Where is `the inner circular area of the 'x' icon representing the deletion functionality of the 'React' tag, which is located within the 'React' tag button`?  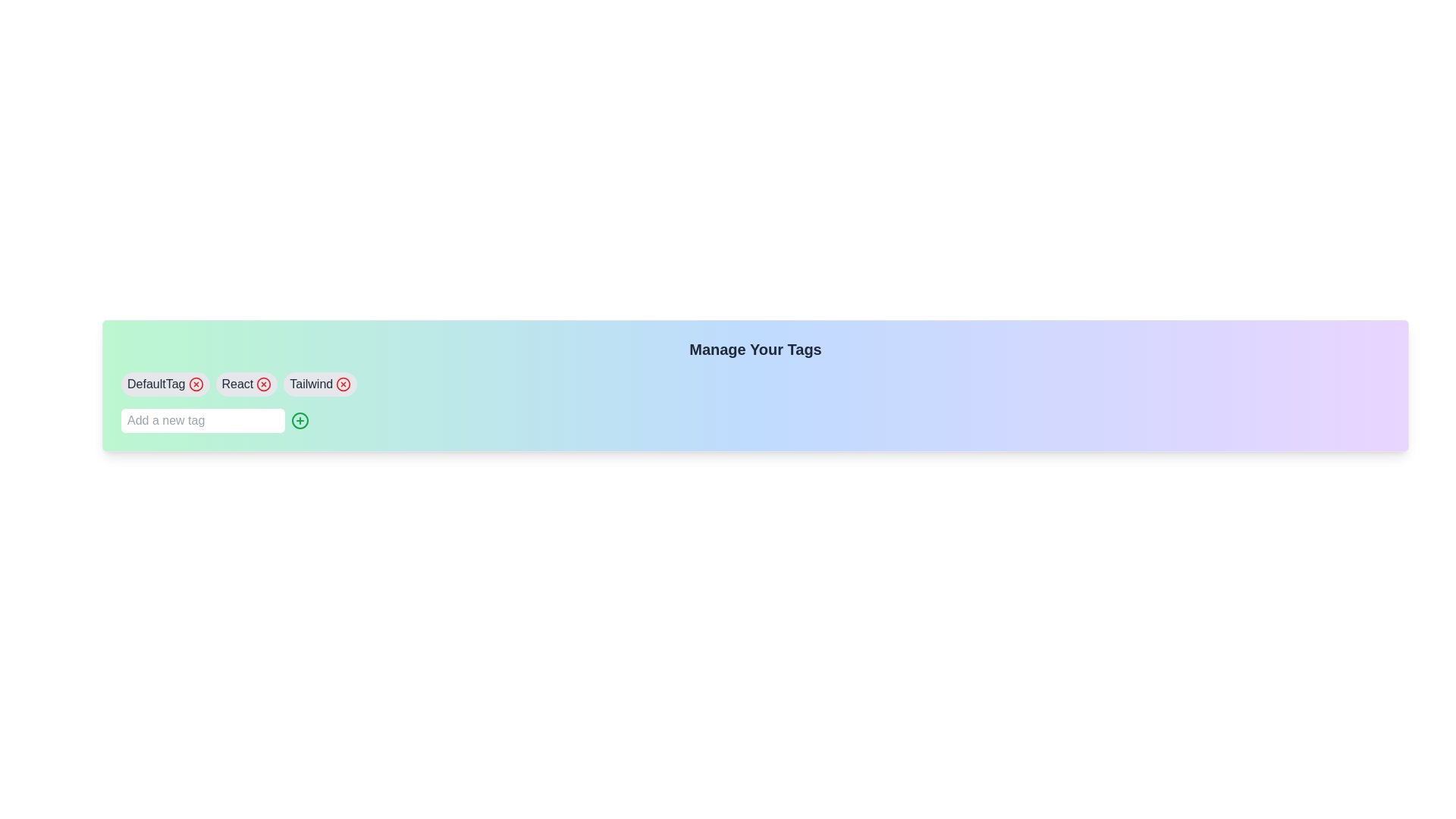 the inner circular area of the 'x' icon representing the deletion functionality of the 'React' tag, which is located within the 'React' tag button is located at coordinates (264, 383).